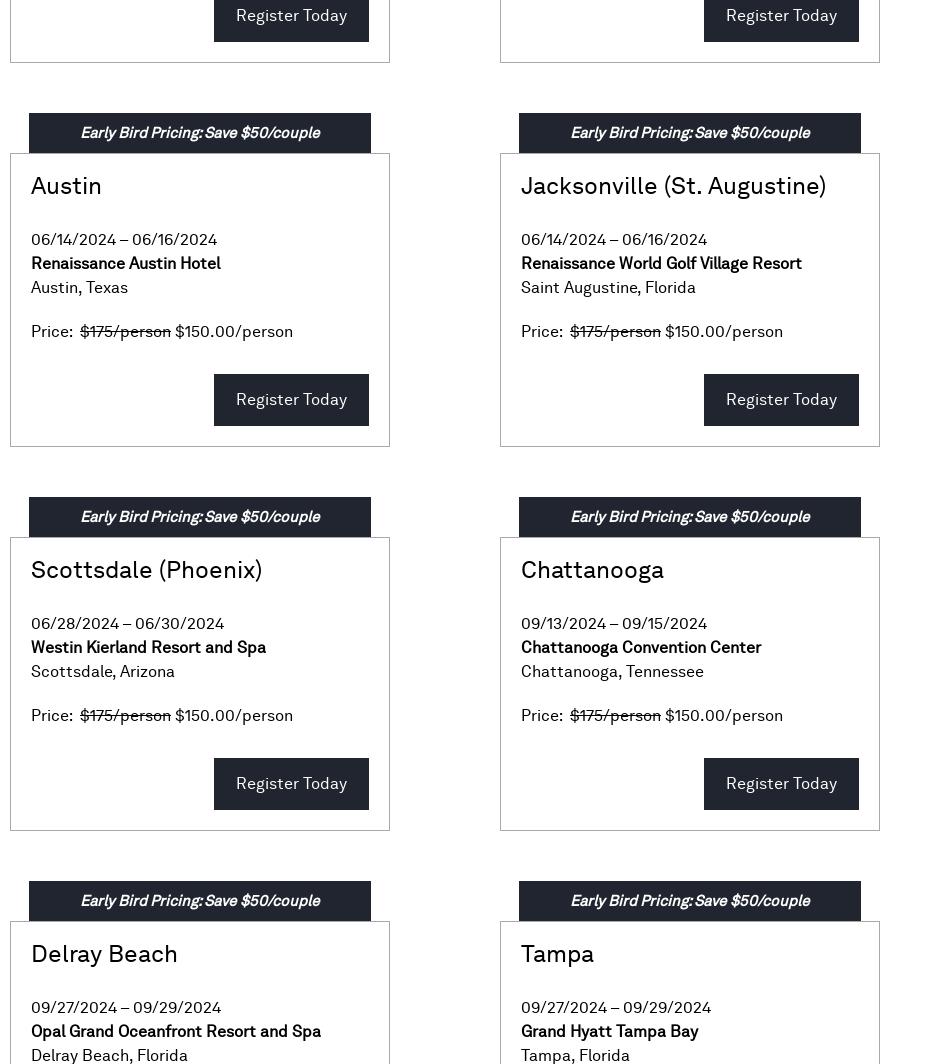 The image size is (950, 1064). I want to click on 'Renaissance Austin Hotel', so click(30, 263).